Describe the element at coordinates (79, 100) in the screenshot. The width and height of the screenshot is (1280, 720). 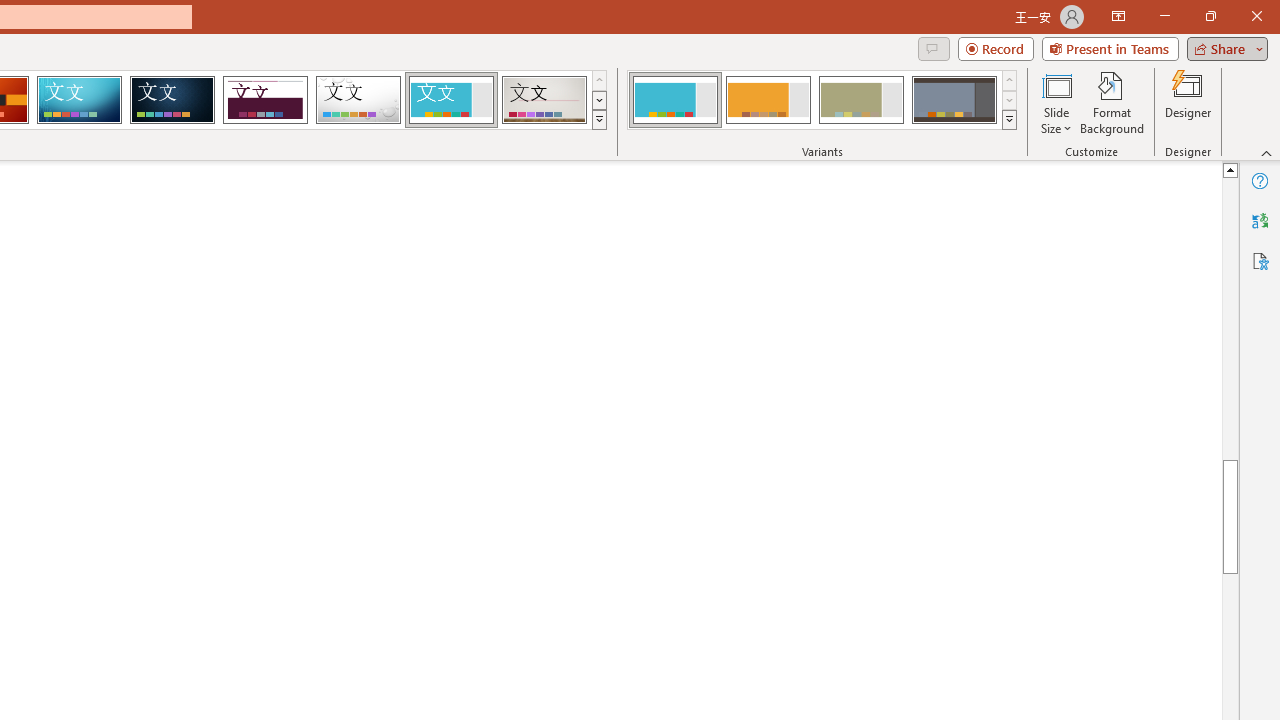
I see `'Circuit'` at that location.